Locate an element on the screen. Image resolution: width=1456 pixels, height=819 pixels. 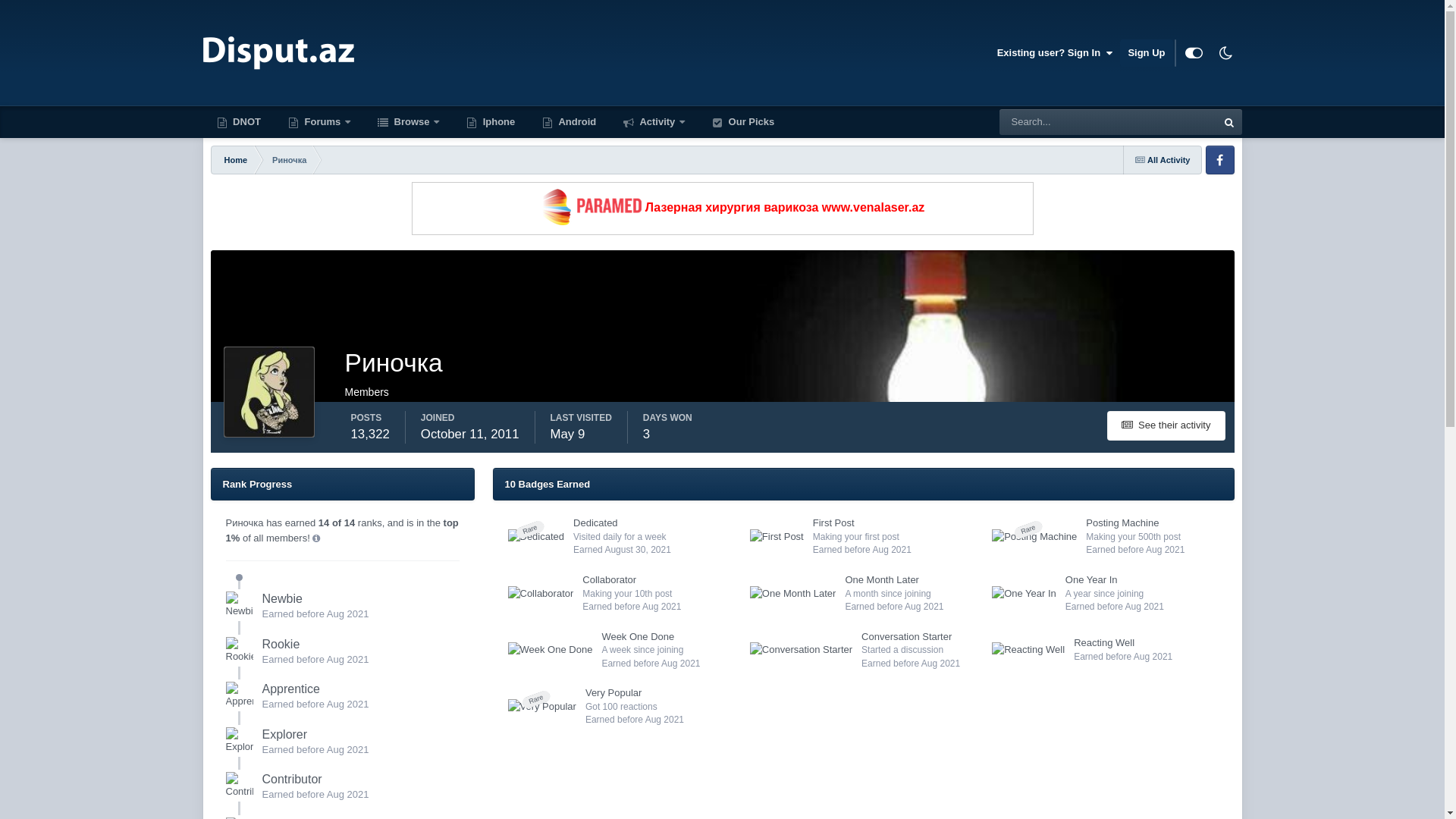
'Sign Up' is located at coordinates (1146, 52).